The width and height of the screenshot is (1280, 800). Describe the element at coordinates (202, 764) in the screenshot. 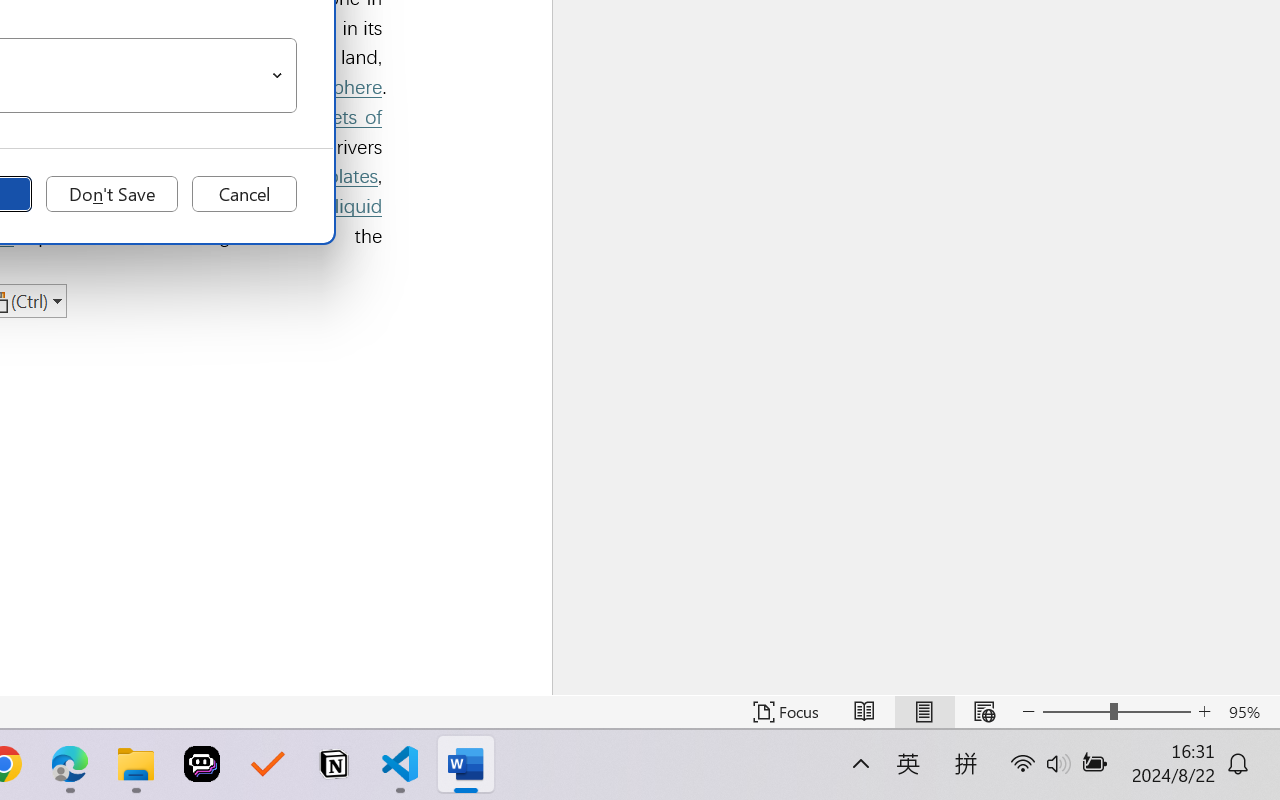

I see `'Poe'` at that location.